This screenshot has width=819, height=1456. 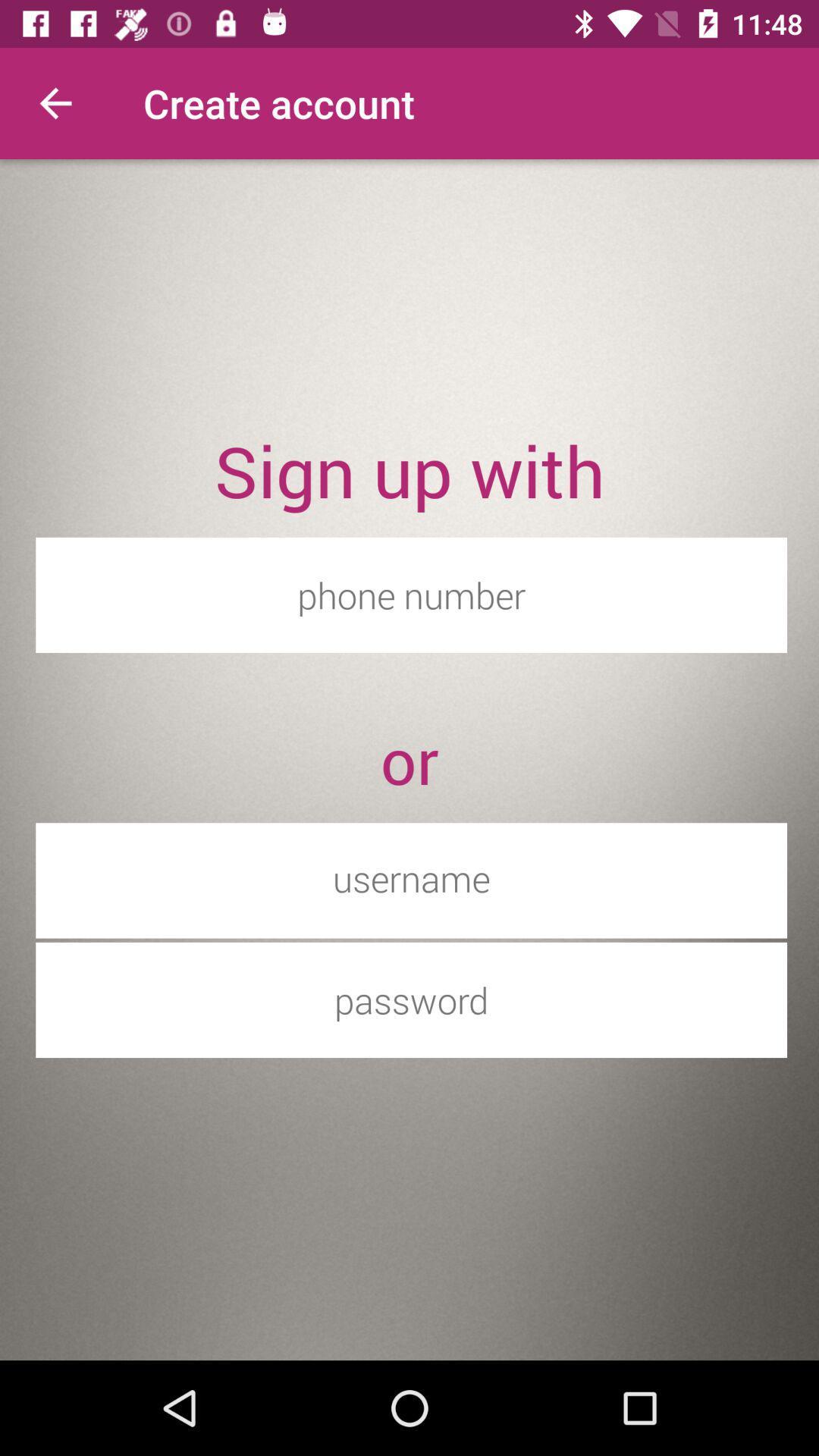 What do you see at coordinates (411, 999) in the screenshot?
I see `password` at bounding box center [411, 999].